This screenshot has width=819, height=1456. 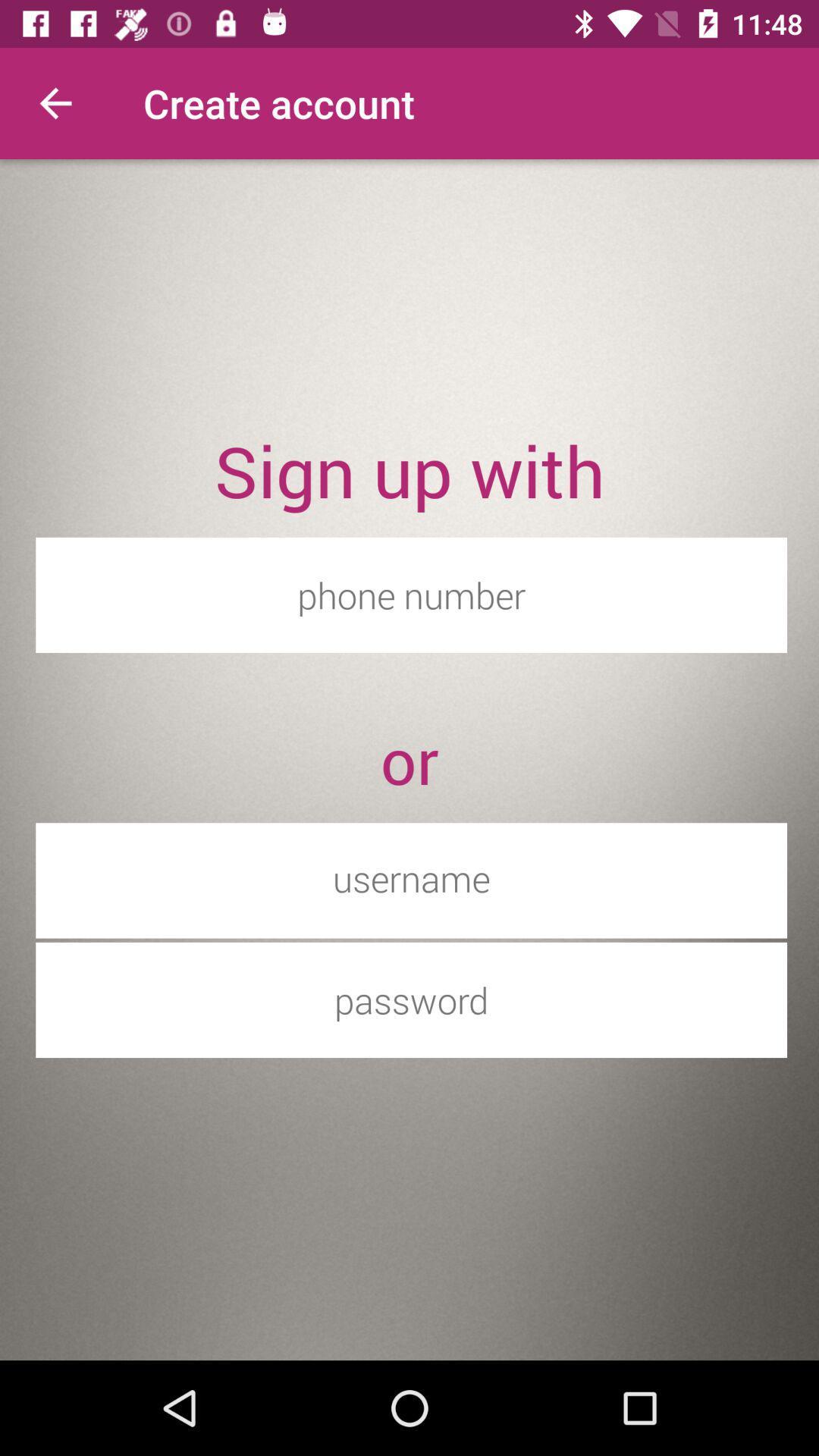 What do you see at coordinates (411, 999) in the screenshot?
I see `password` at bounding box center [411, 999].